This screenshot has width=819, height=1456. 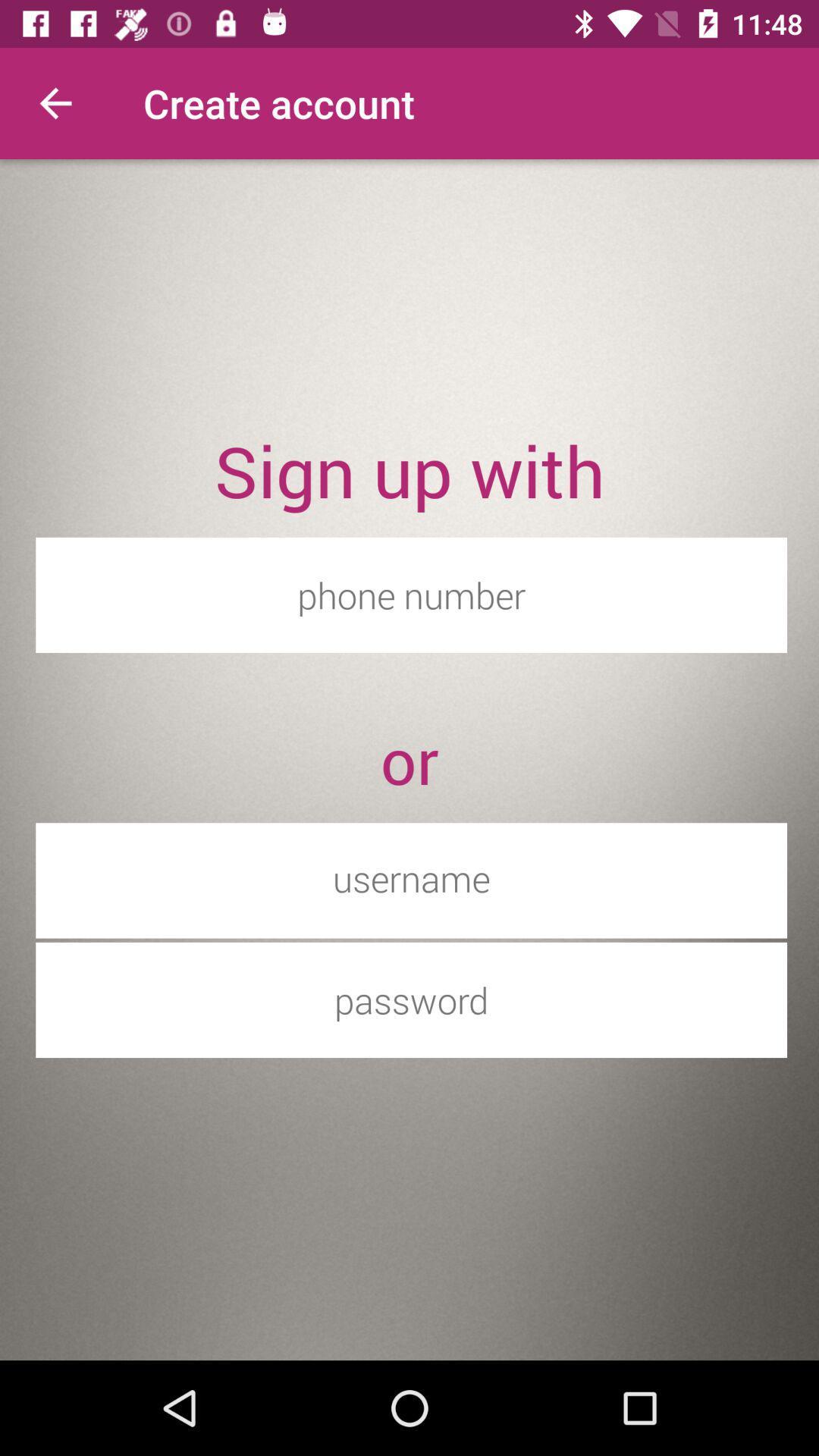 What do you see at coordinates (411, 999) in the screenshot?
I see `password` at bounding box center [411, 999].